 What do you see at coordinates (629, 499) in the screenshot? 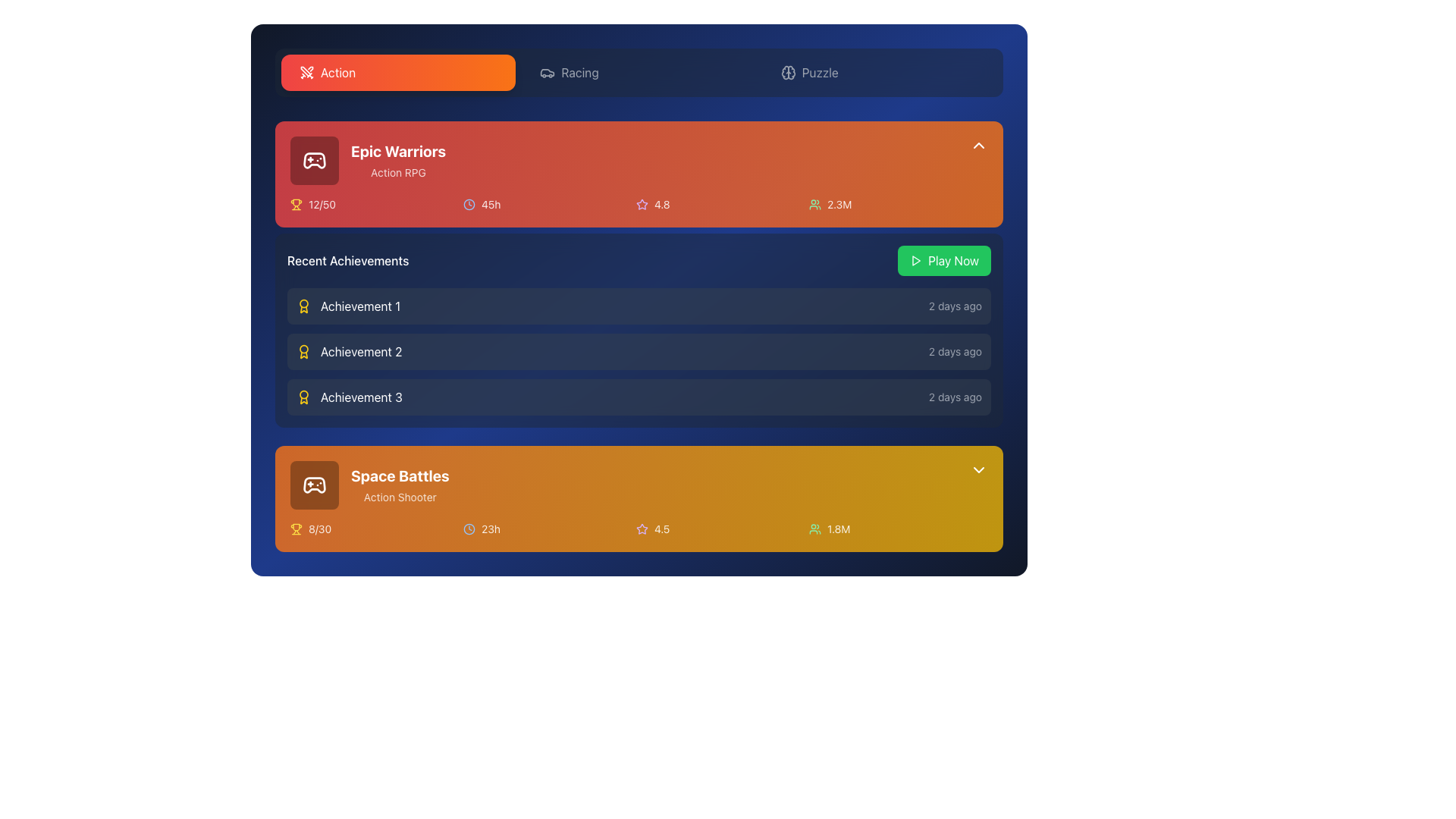
I see `the 'Space Battles' game card` at bounding box center [629, 499].